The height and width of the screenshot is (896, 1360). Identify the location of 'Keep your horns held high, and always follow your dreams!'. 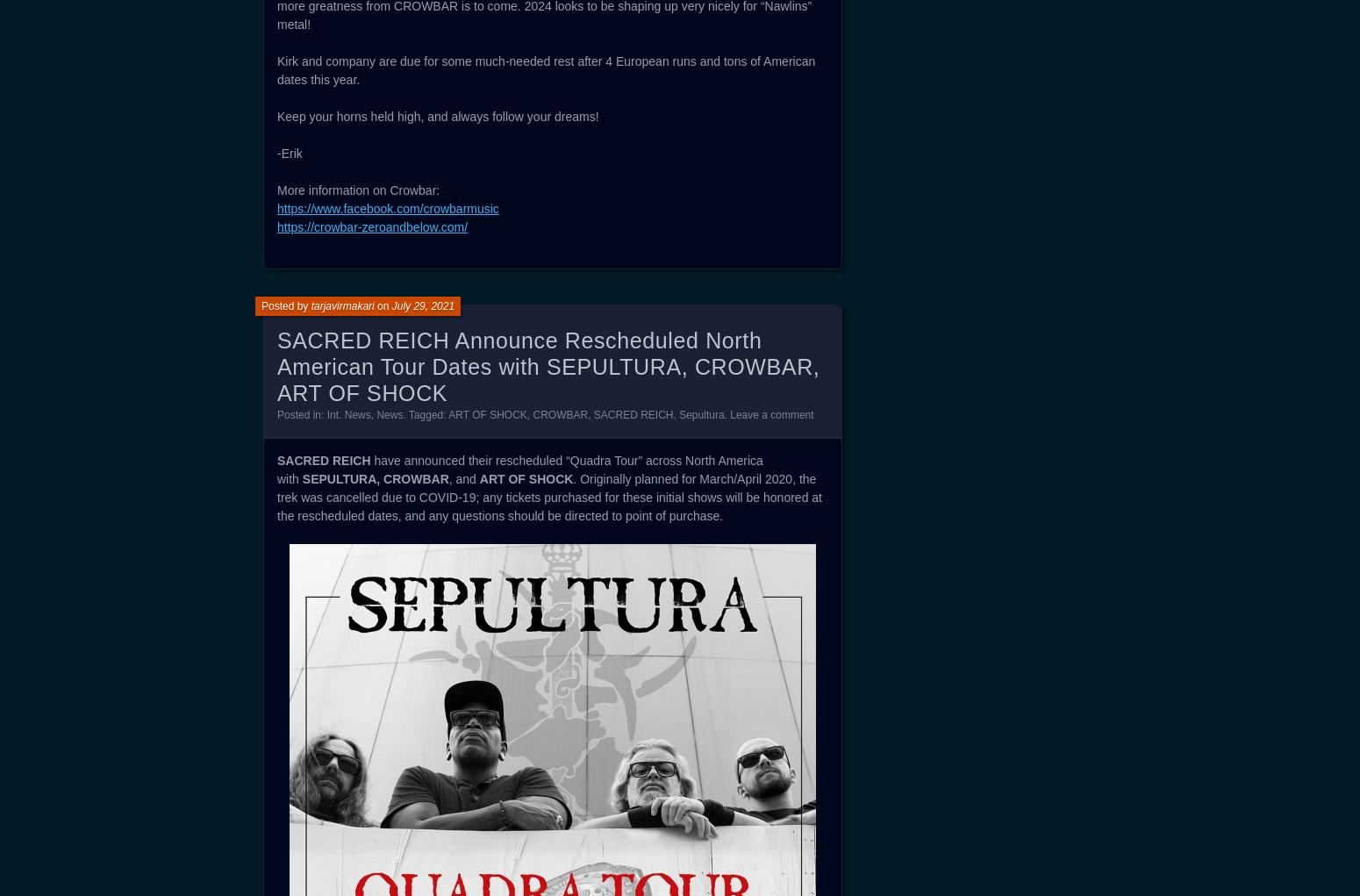
(436, 117).